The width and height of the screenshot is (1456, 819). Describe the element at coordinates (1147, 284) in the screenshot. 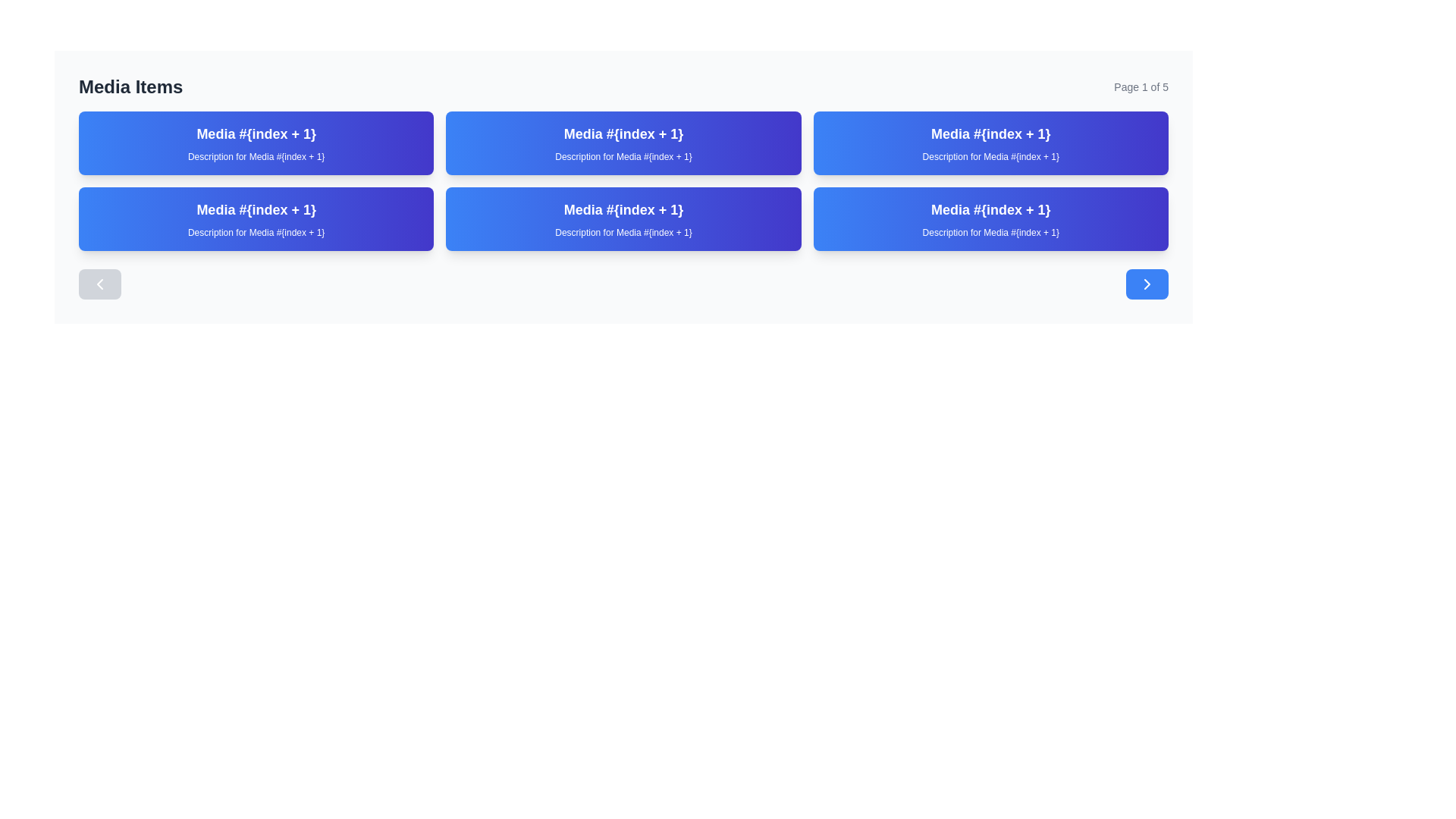

I see `the right-facing chevron arrow icon located within the blue square button at the bottom-right corner of the interface` at that location.